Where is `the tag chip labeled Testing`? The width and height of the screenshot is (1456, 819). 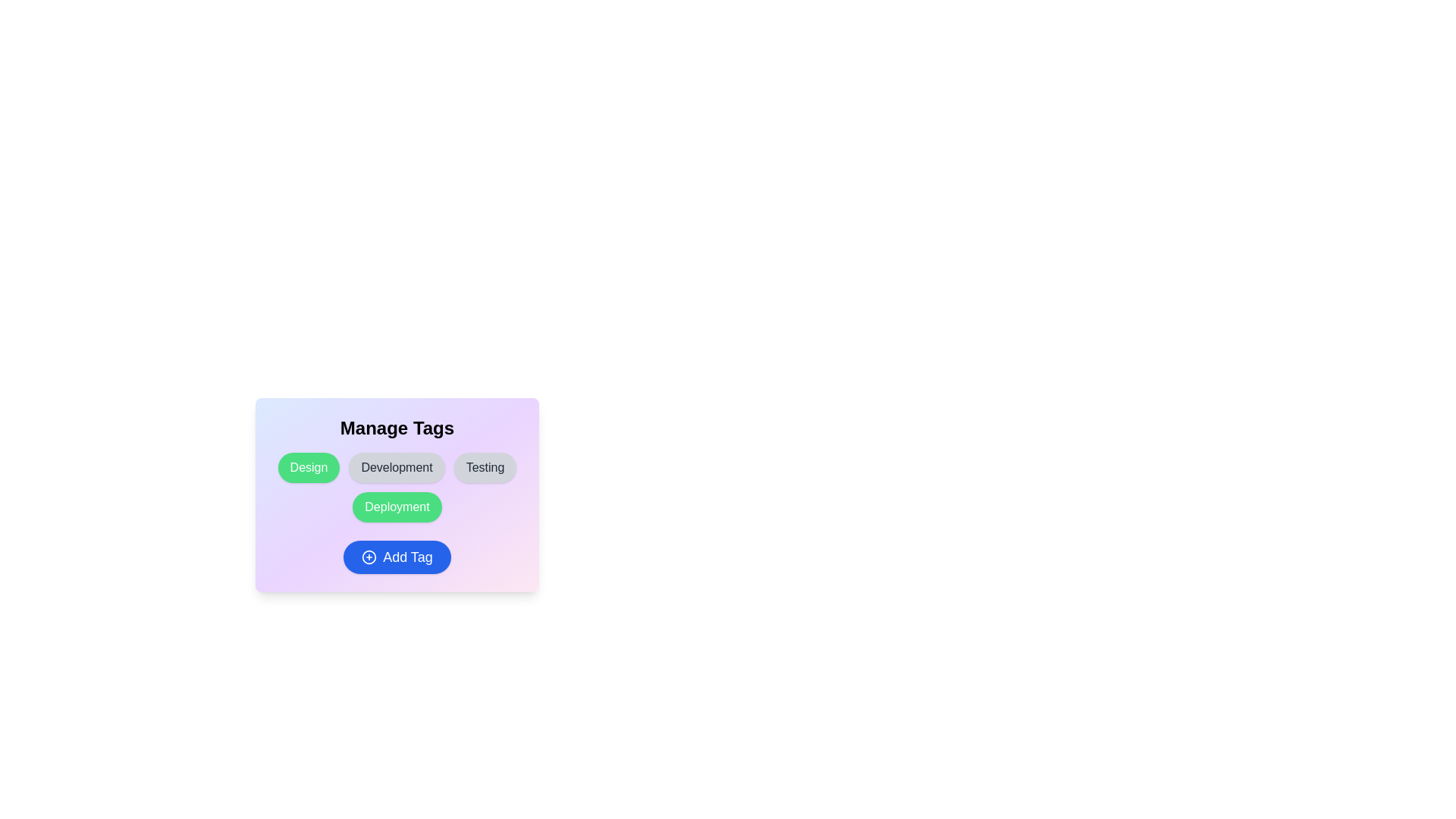 the tag chip labeled Testing is located at coordinates (485, 467).